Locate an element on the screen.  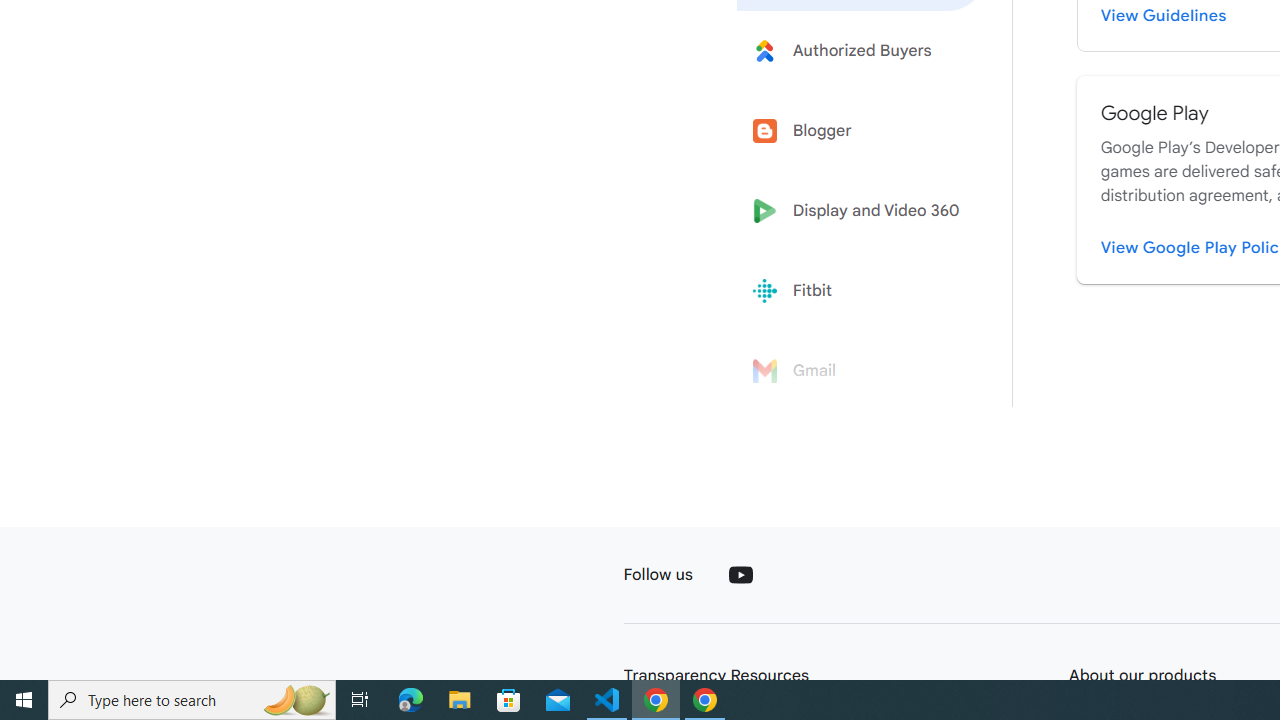
'Gmail' is located at coordinates (862, 371).